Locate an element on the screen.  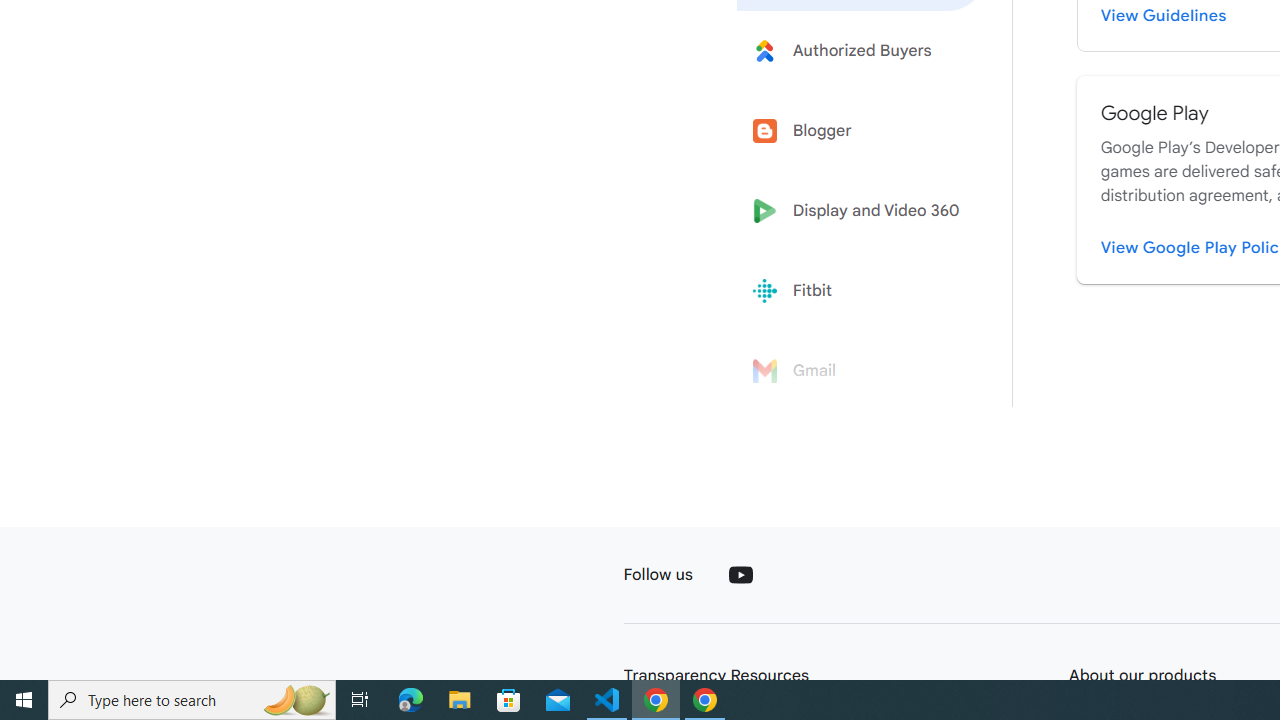
'Gmail' is located at coordinates (862, 371).